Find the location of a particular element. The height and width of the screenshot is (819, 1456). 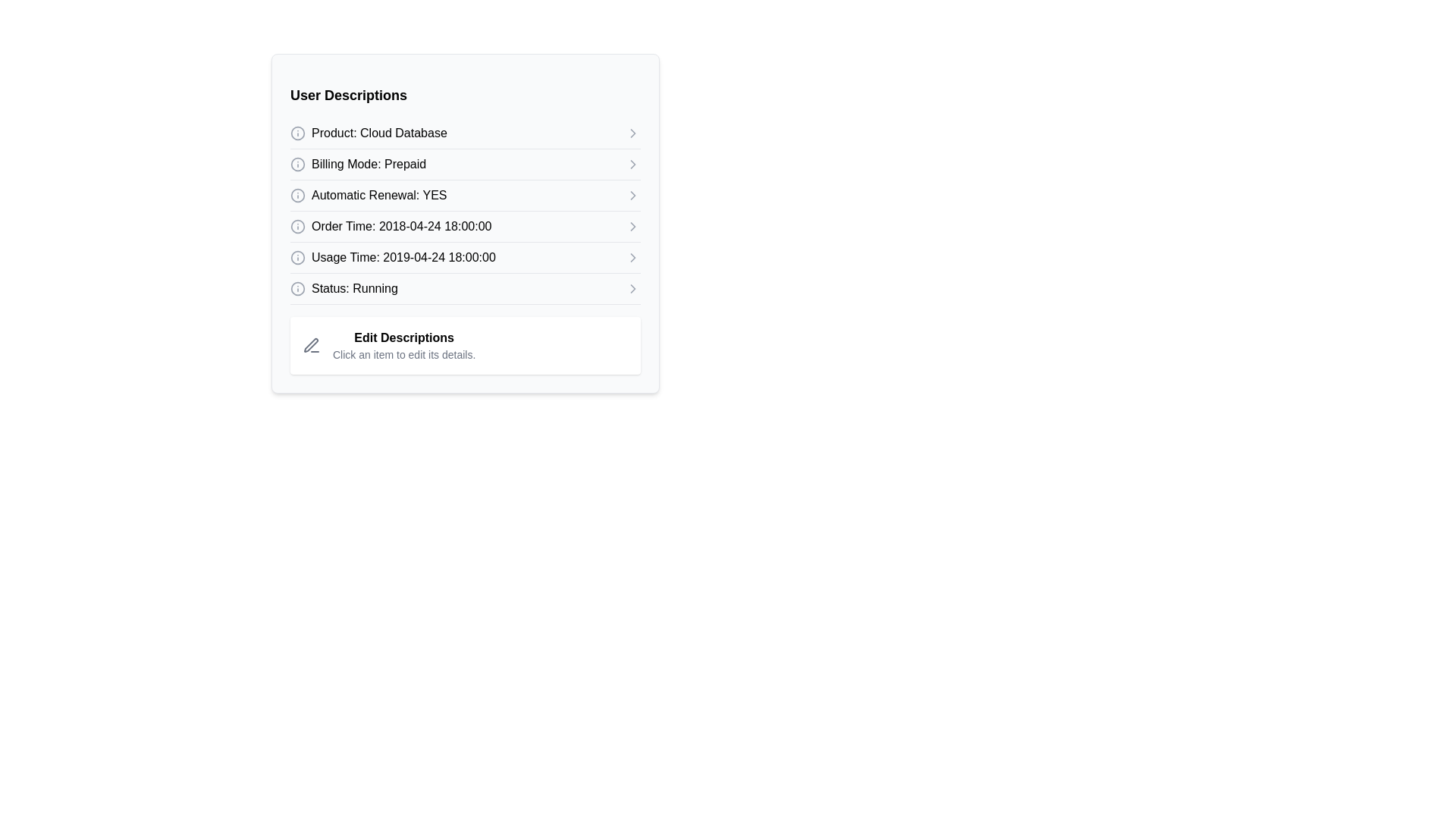

the fifth static text label in the 'User Descriptions' list that displays the usage time is located at coordinates (403, 256).